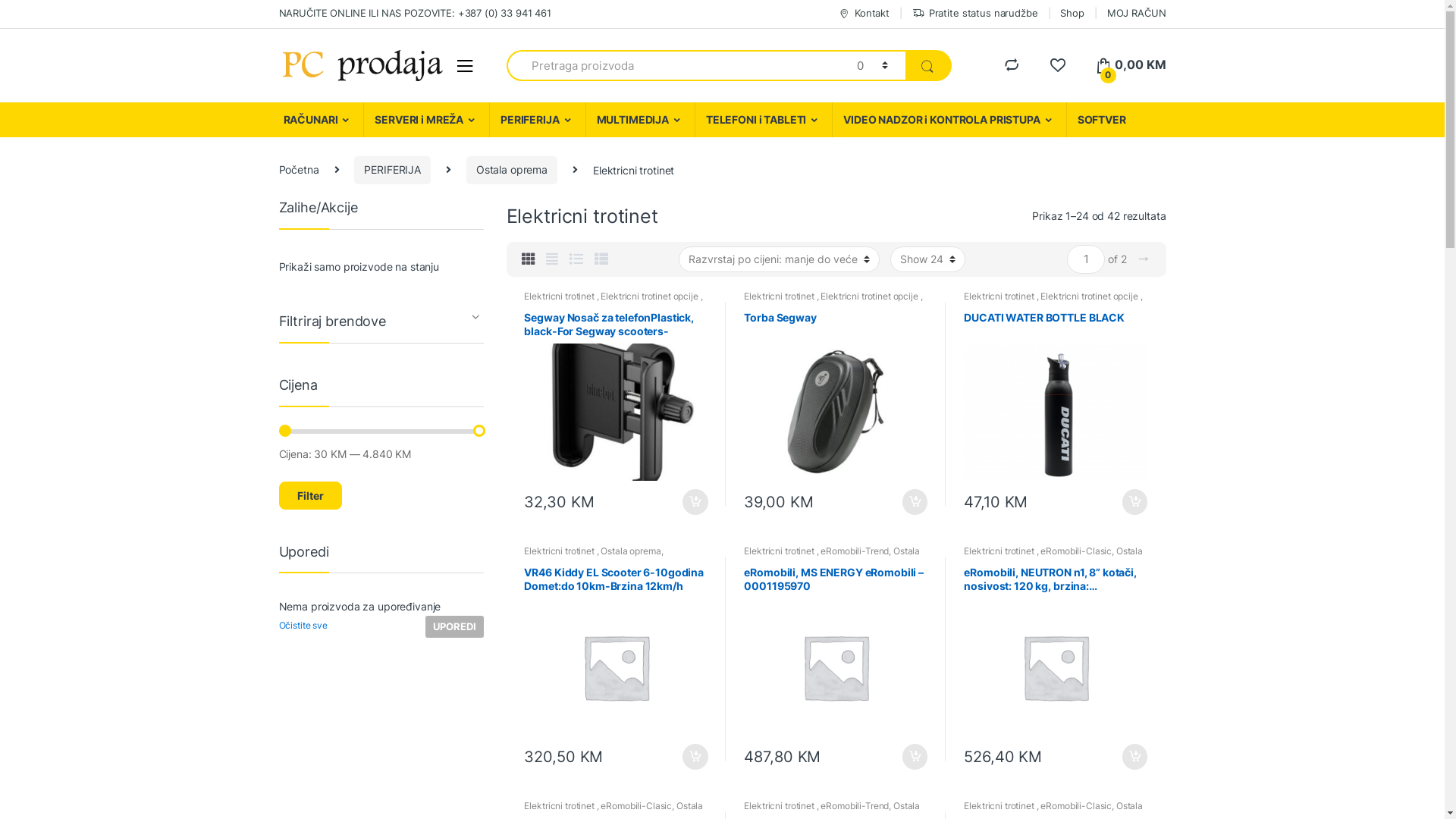 This screenshot has width=1456, height=819. Describe the element at coordinates (1101, 119) in the screenshot. I see `'SOFTVER'` at that location.